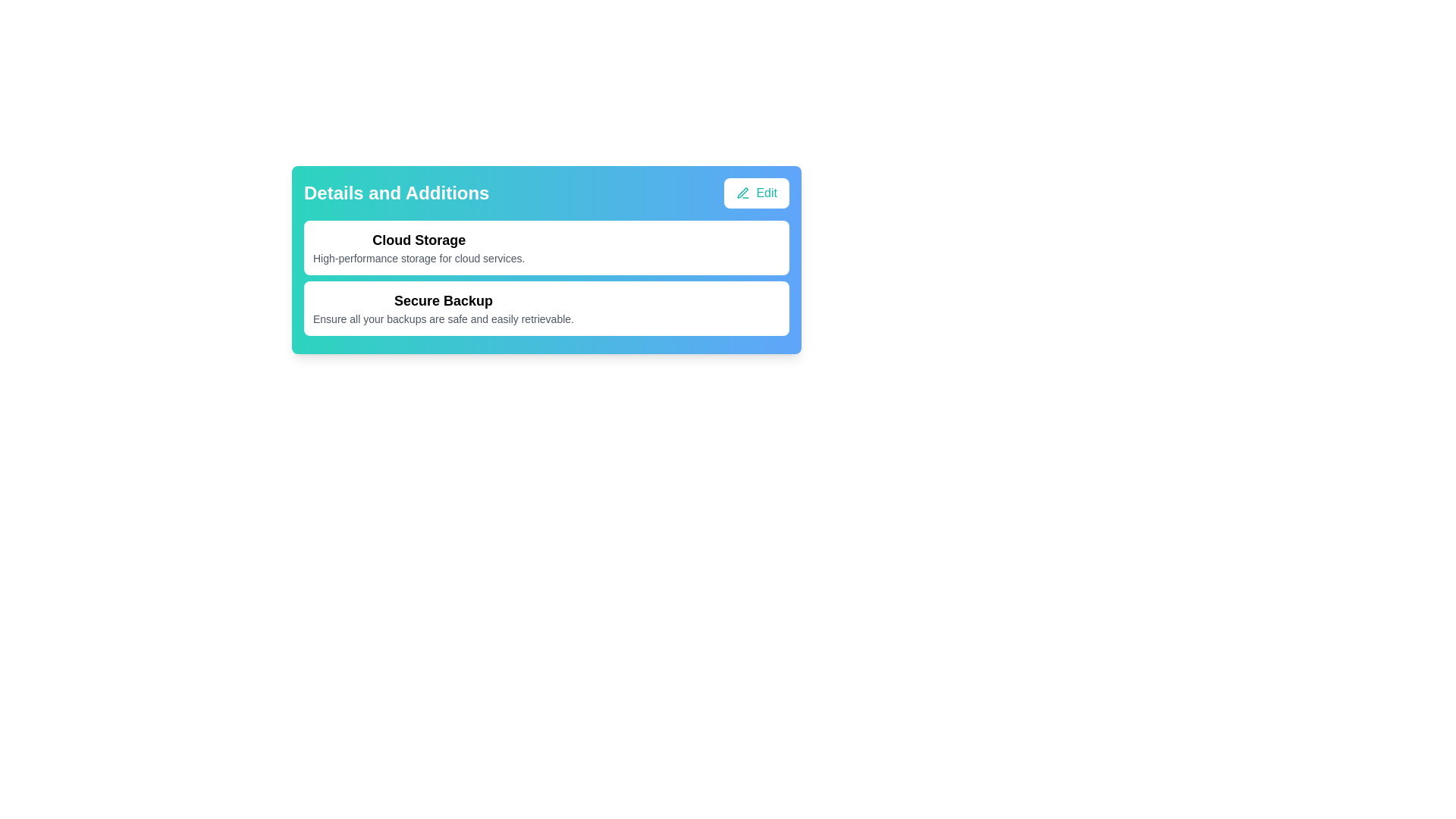  Describe the element at coordinates (419, 239) in the screenshot. I see `the 'Cloud Storage' text label` at that location.